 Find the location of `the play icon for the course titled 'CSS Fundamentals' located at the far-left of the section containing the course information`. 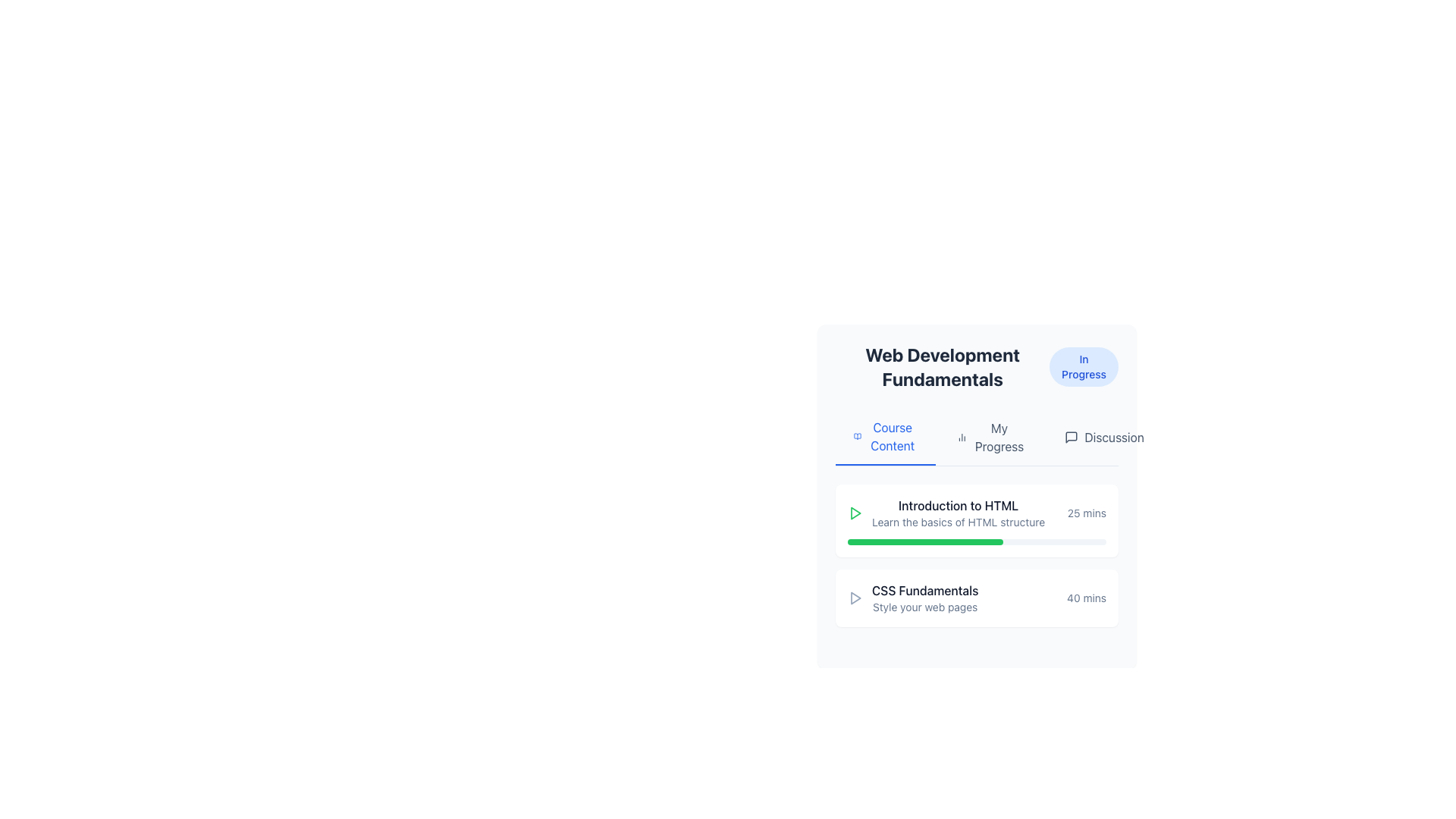

the play icon for the course titled 'CSS Fundamentals' located at the far-left of the section containing the course information is located at coordinates (855, 598).